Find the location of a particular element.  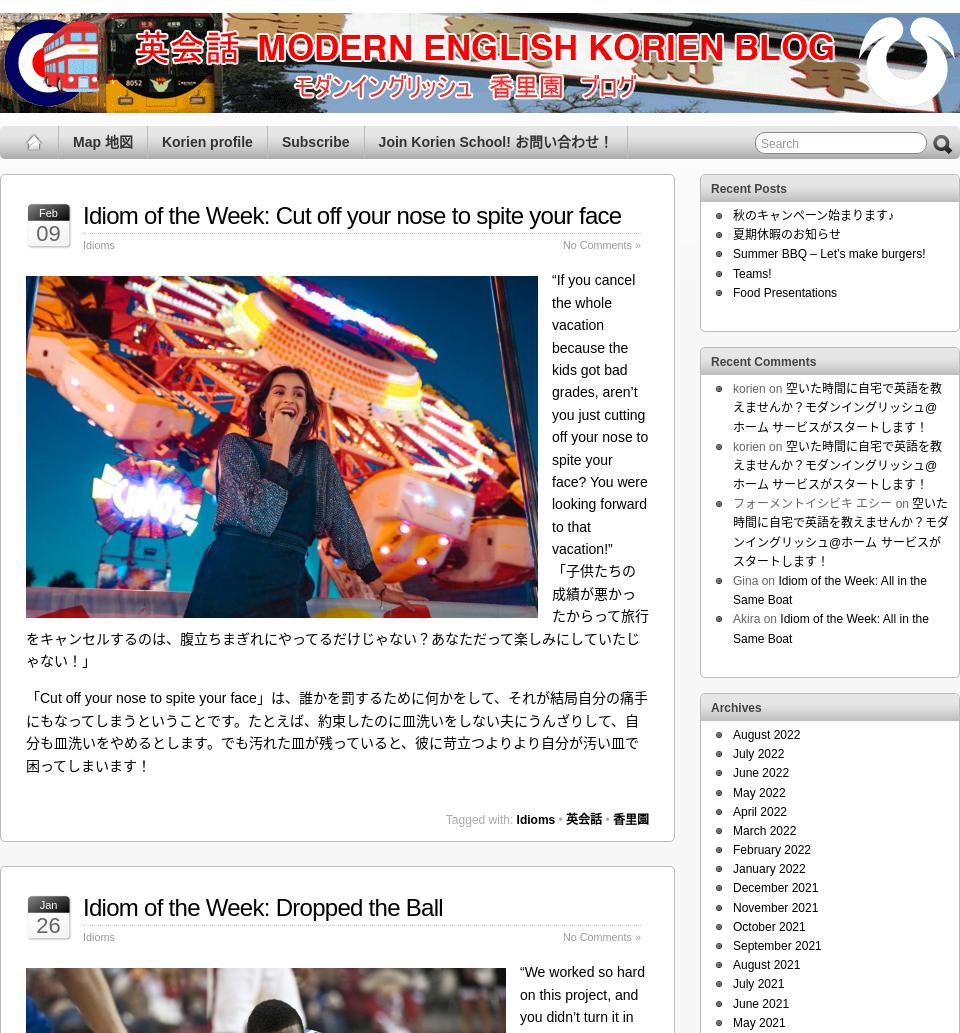

'Feb' is located at coordinates (47, 212).